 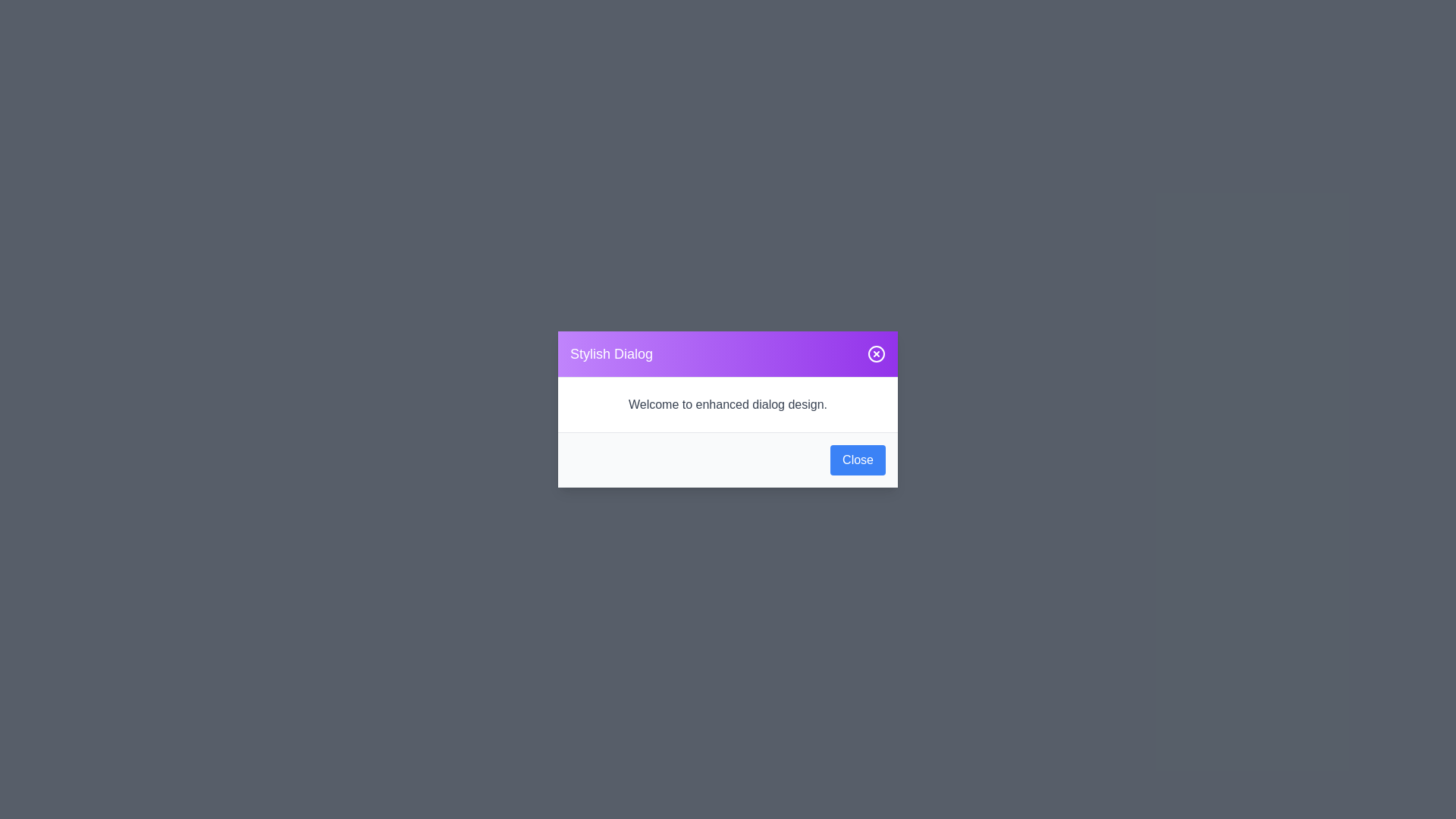 I want to click on the prominent blue 'Close' button located at the bottom-right corner of the dialog, so click(x=858, y=459).